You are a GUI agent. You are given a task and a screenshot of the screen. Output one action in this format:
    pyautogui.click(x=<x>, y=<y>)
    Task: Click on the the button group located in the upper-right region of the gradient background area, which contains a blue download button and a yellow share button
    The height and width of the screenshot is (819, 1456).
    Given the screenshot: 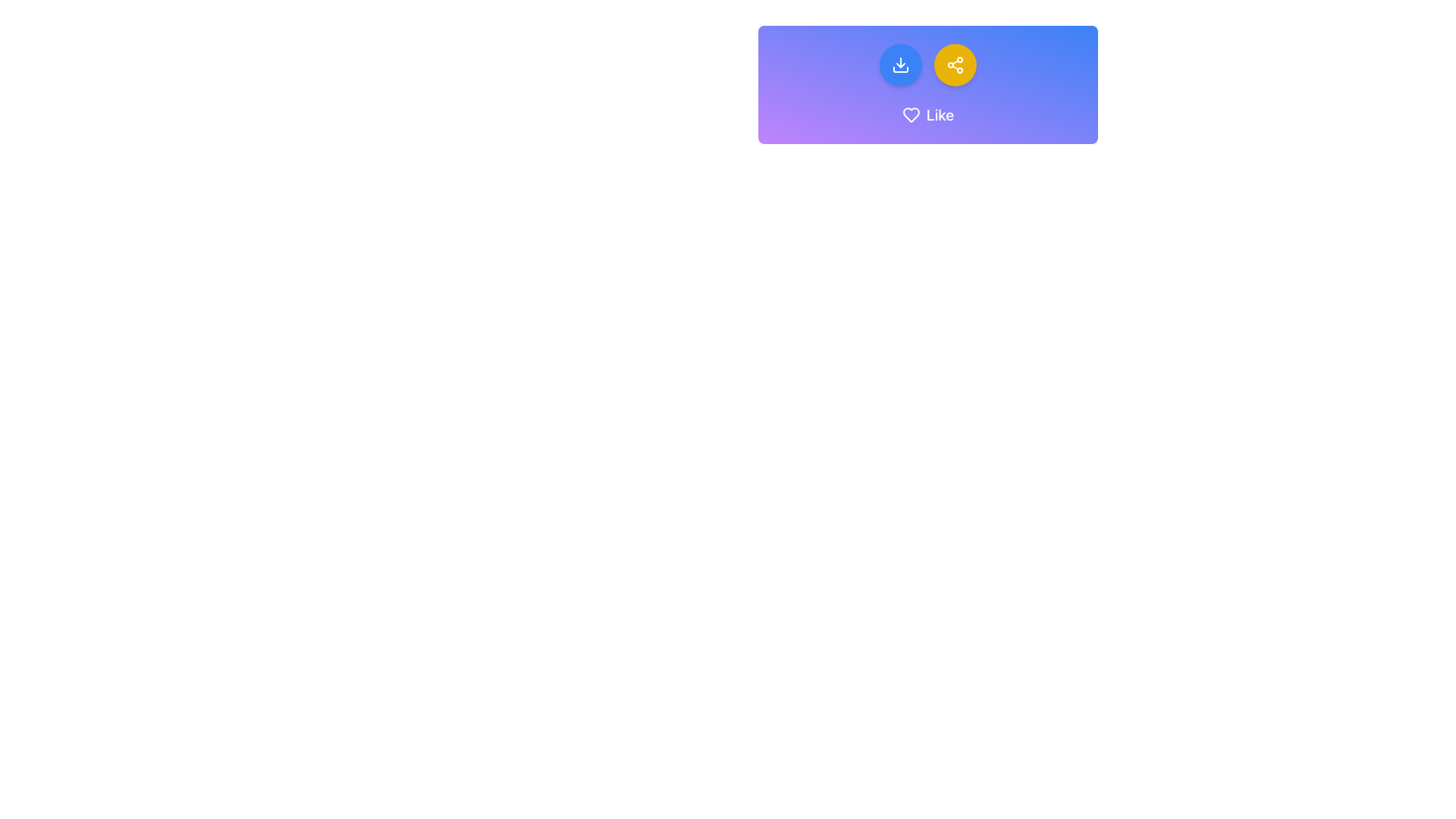 What is the action you would take?
    pyautogui.click(x=927, y=64)
    